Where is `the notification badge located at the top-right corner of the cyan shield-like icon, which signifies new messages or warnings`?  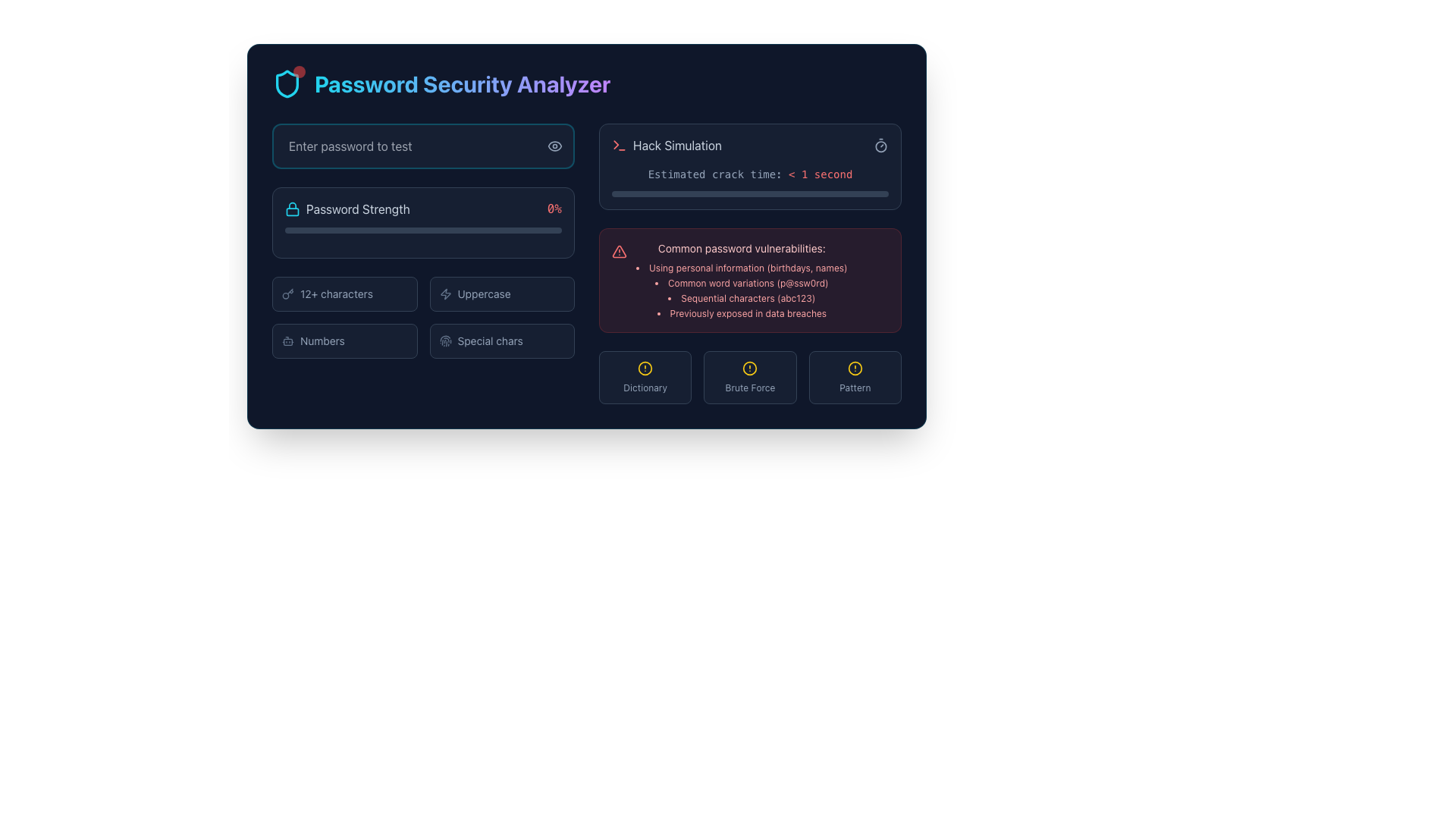 the notification badge located at the top-right corner of the cyan shield-like icon, which signifies new messages or warnings is located at coordinates (299, 72).